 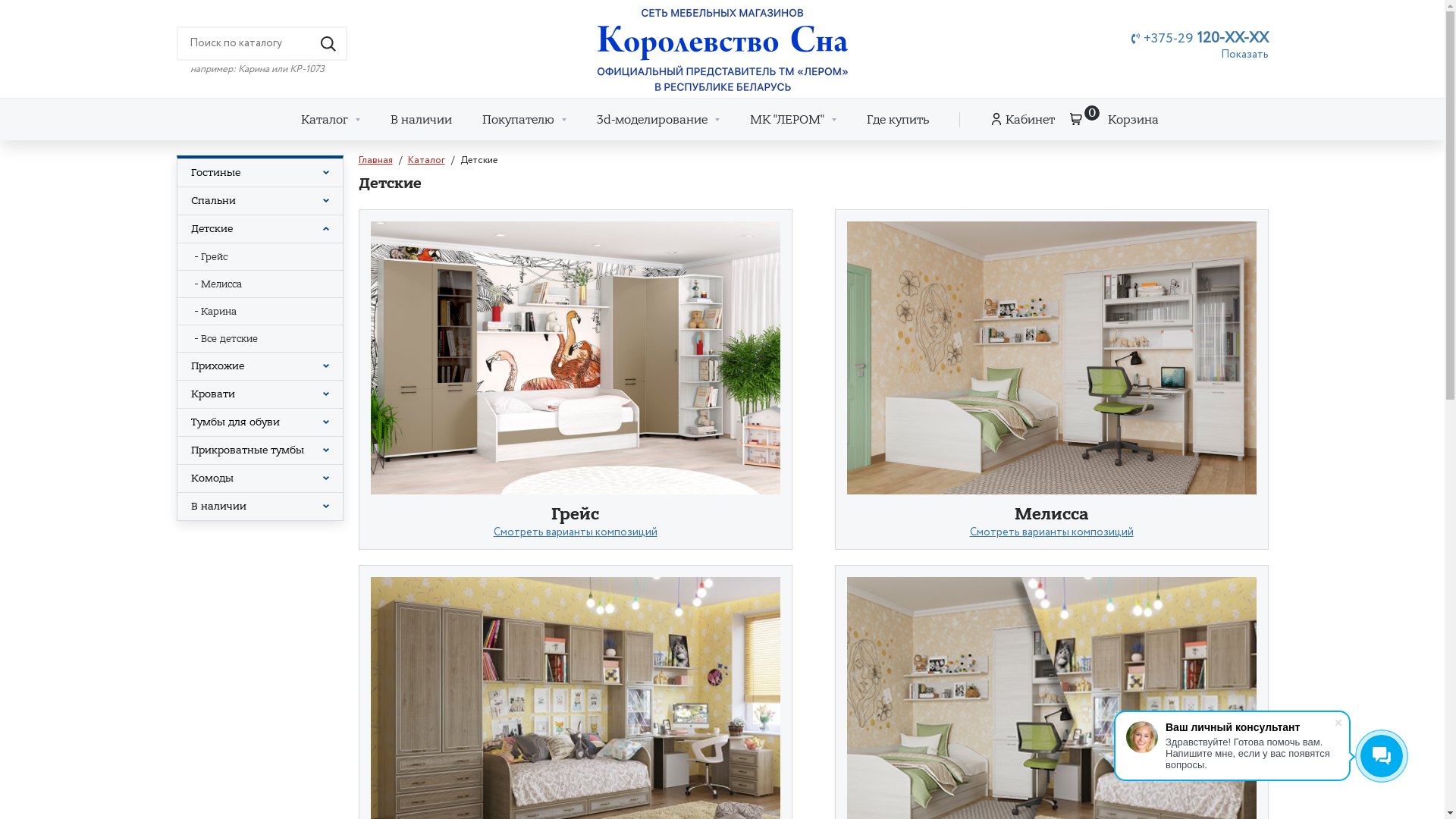 I want to click on '+375-29 120-XX-XX', so click(x=1131, y=38).